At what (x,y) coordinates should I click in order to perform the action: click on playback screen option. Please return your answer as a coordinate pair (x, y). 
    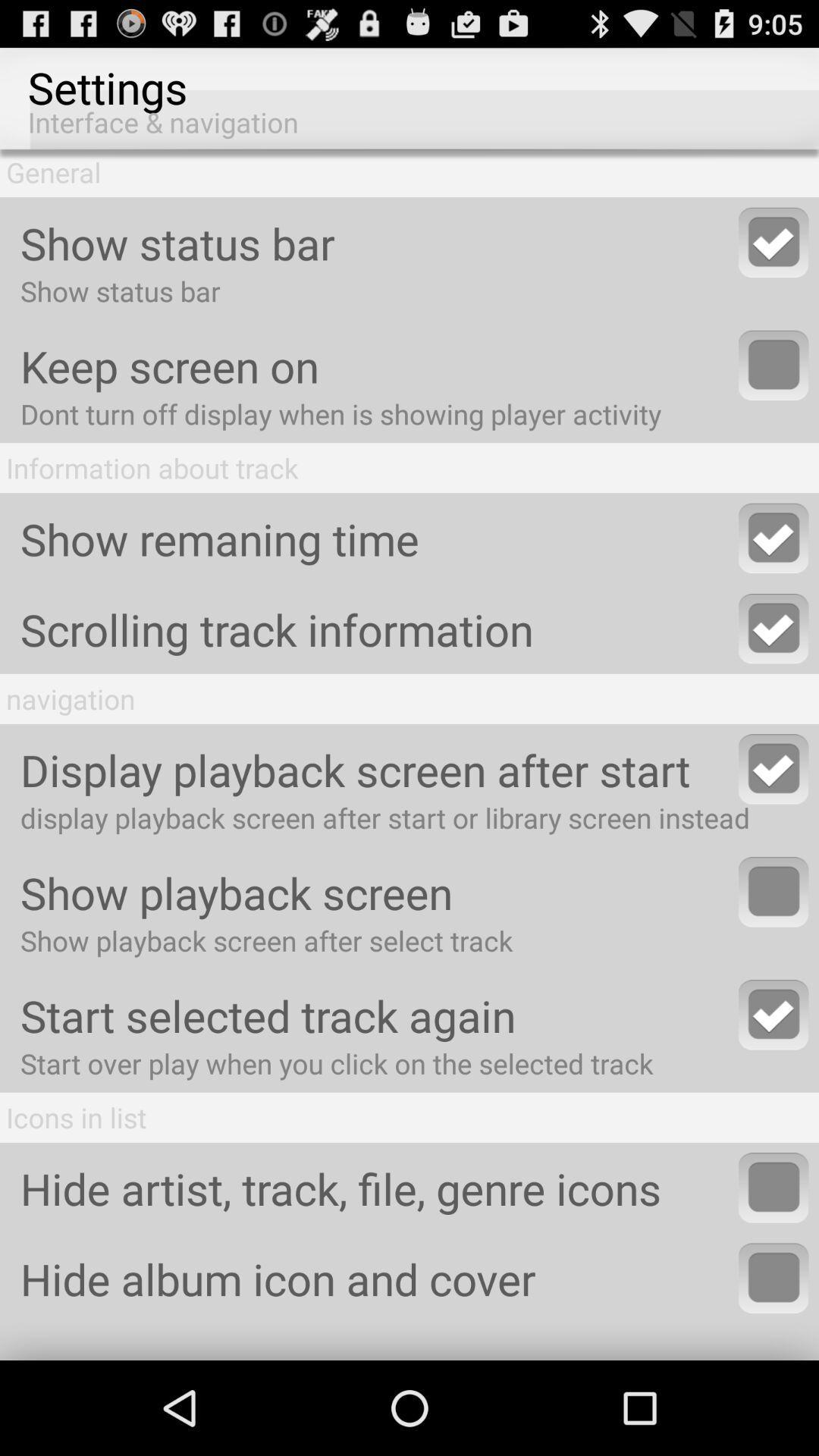
    Looking at the image, I should click on (773, 892).